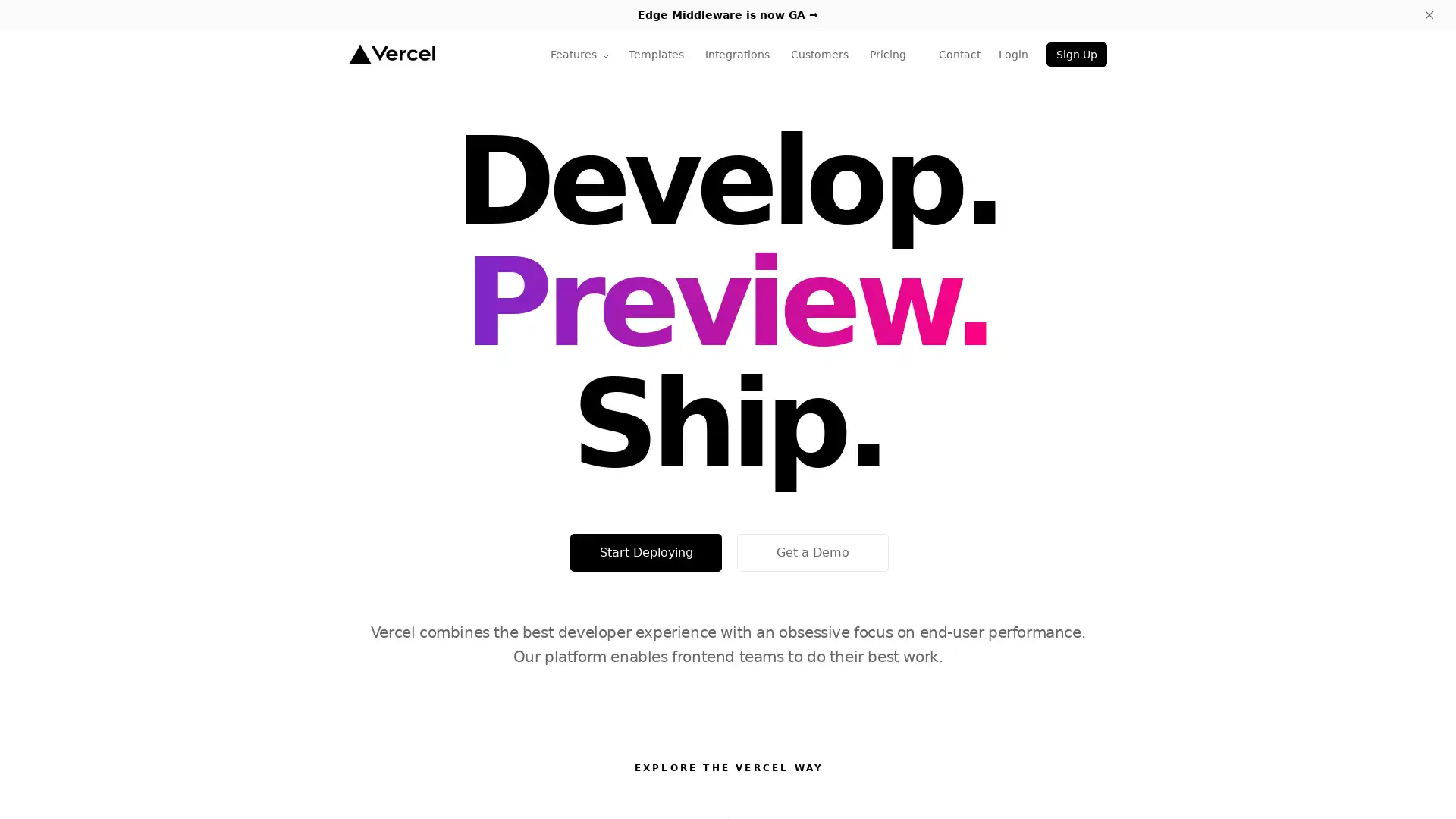  I want to click on Features, so click(579, 54).